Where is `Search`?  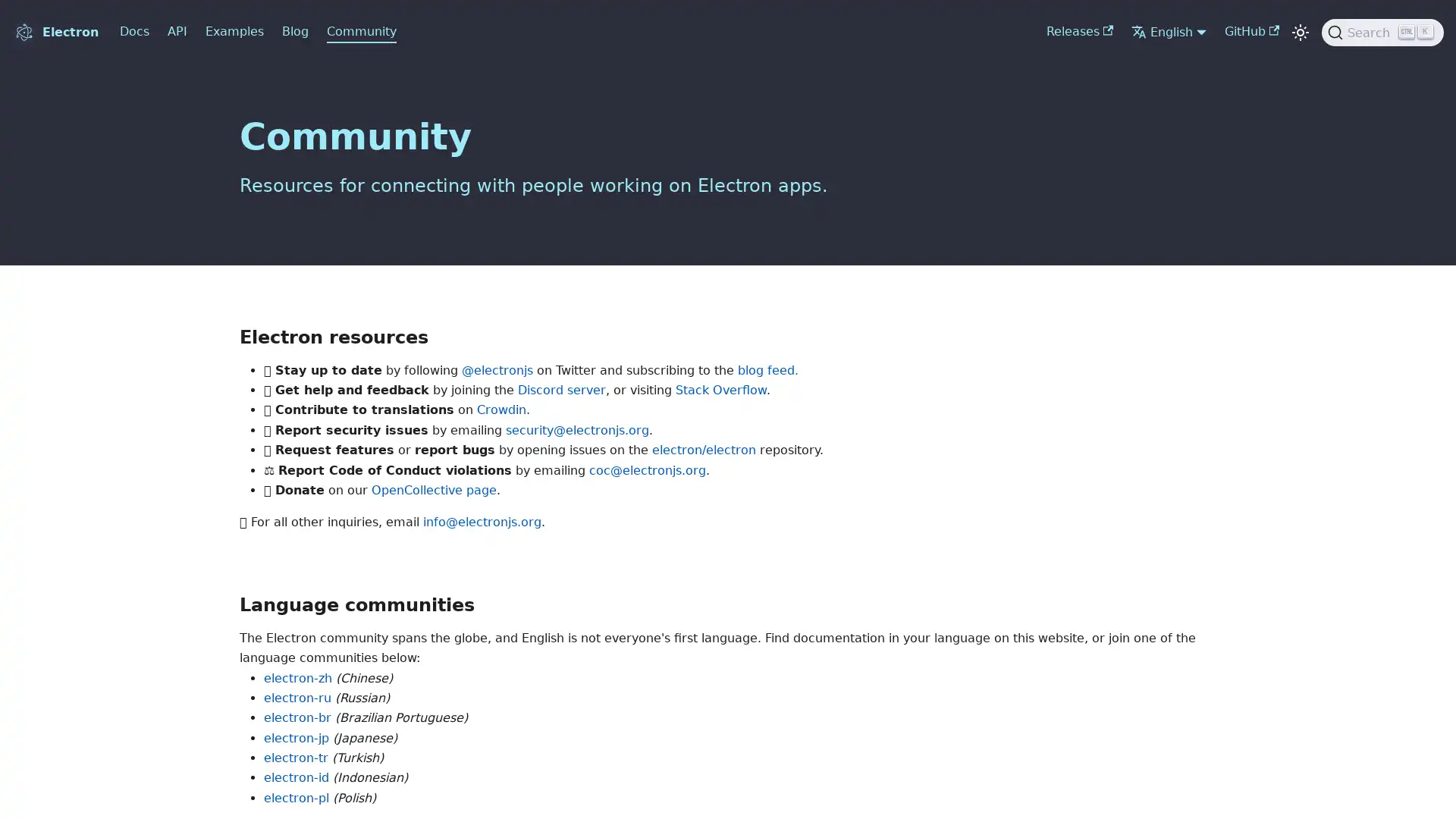 Search is located at coordinates (1382, 32).